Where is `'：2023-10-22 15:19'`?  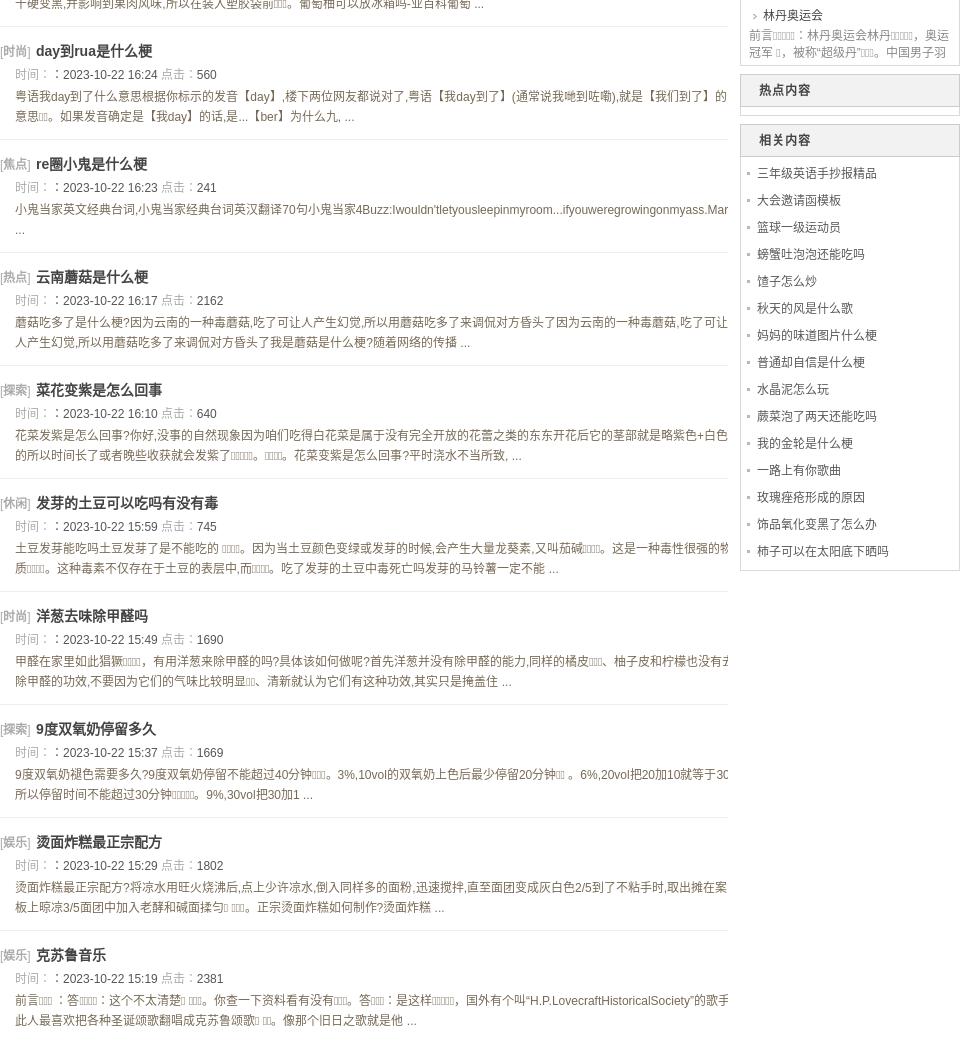
'：2023-10-22 15:19' is located at coordinates (103, 978).